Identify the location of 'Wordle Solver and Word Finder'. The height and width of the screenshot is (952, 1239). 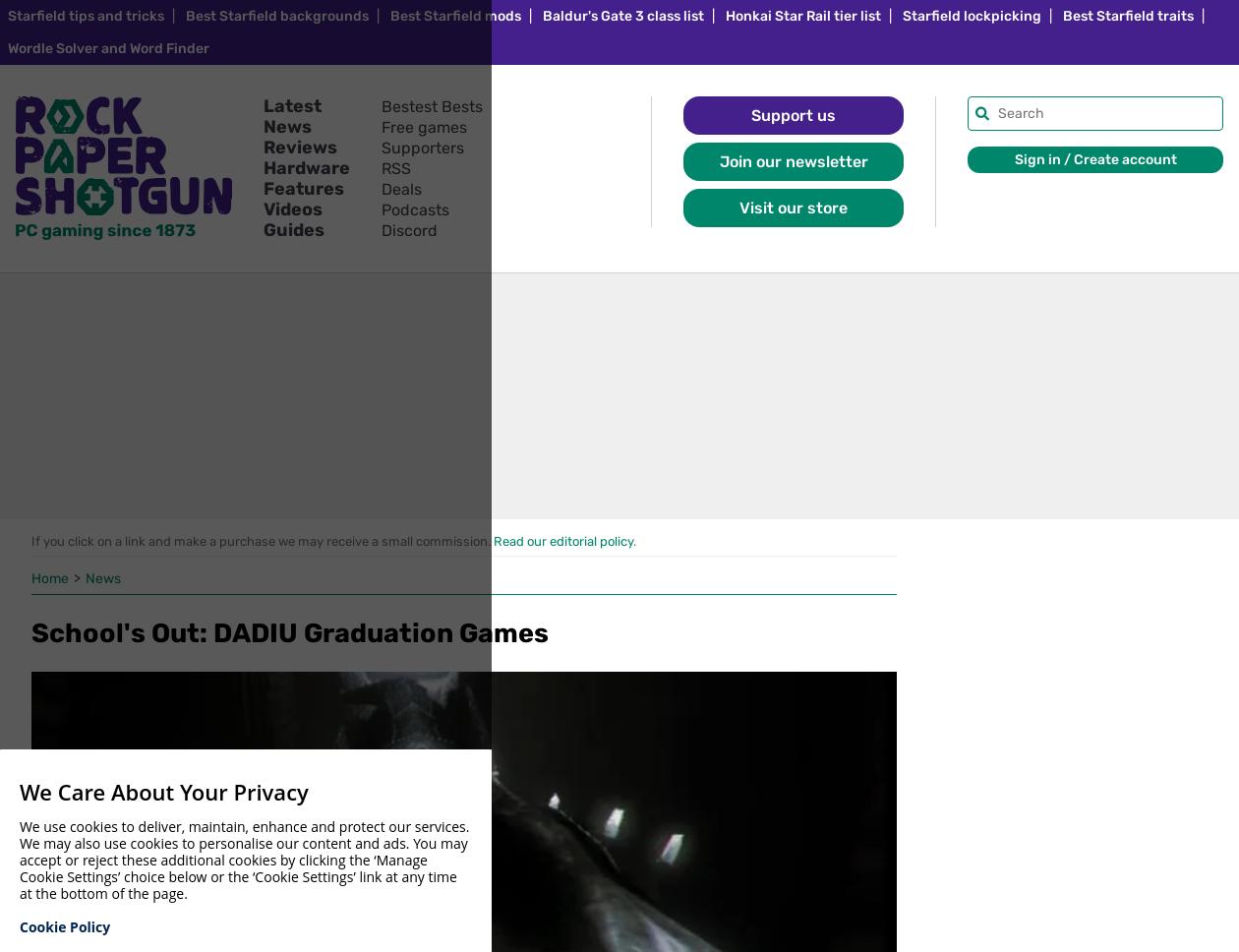
(7, 47).